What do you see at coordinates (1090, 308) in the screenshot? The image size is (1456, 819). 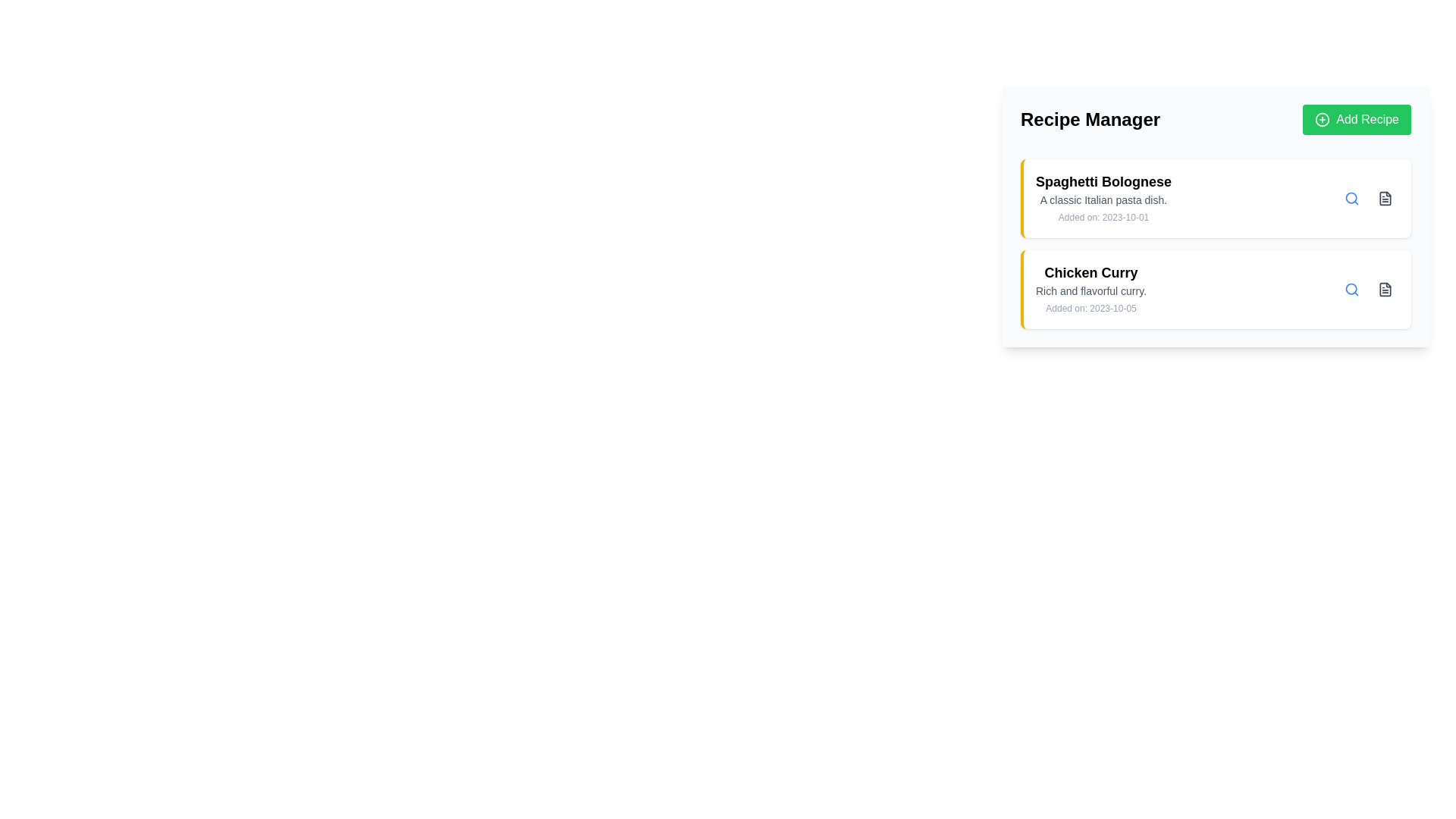 I see `the text label displaying 'Added on: 2023-10-05', which is styled in a small font size and light gray color, positioned below the main title 'Chicken Curry' and description 'Rich and flavorful curry.' in the recipe card` at bounding box center [1090, 308].